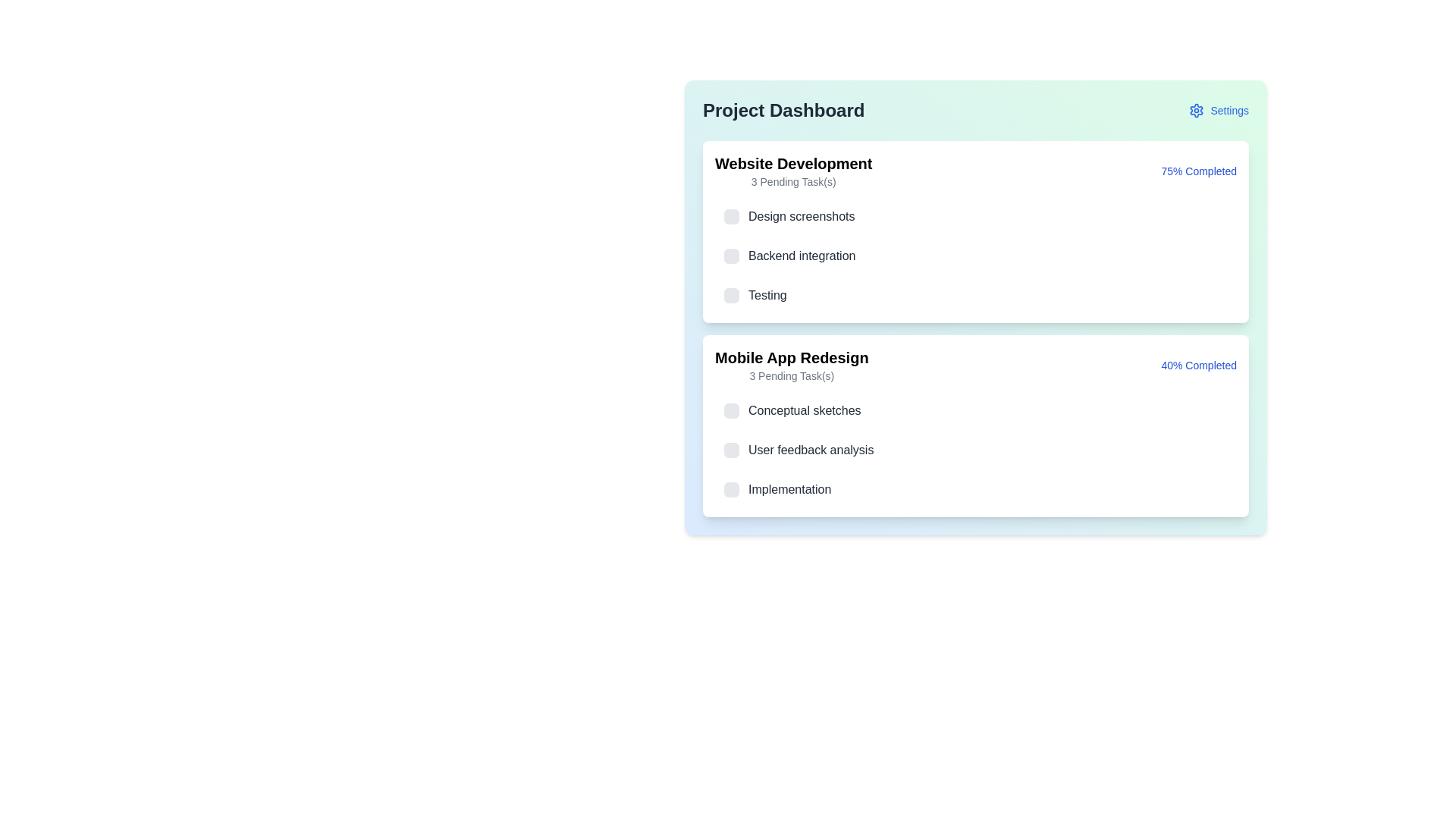  I want to click on the gray circular checkbox of the third task item labeled 'Testing' in the 'Website Development' section to mark the task as complete, so click(975, 295).